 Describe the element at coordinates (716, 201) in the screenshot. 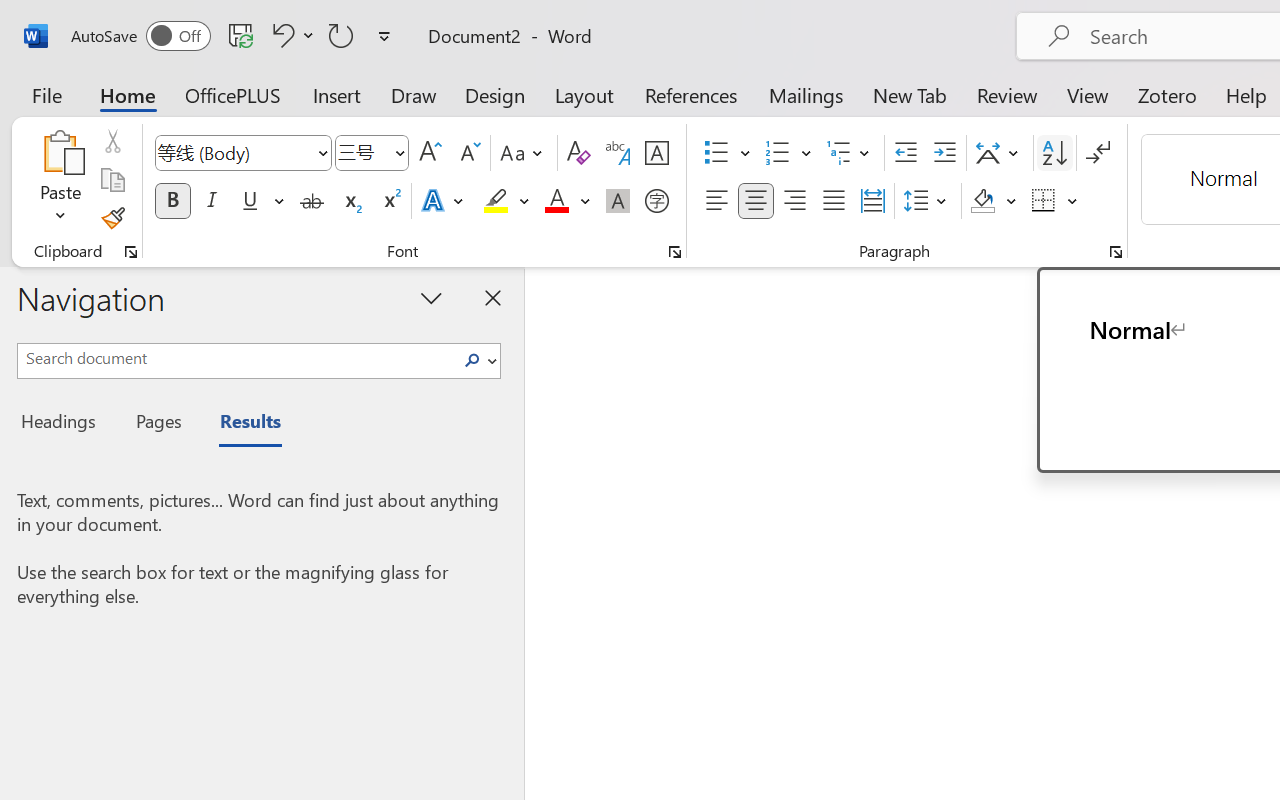

I see `'Align Left'` at that location.